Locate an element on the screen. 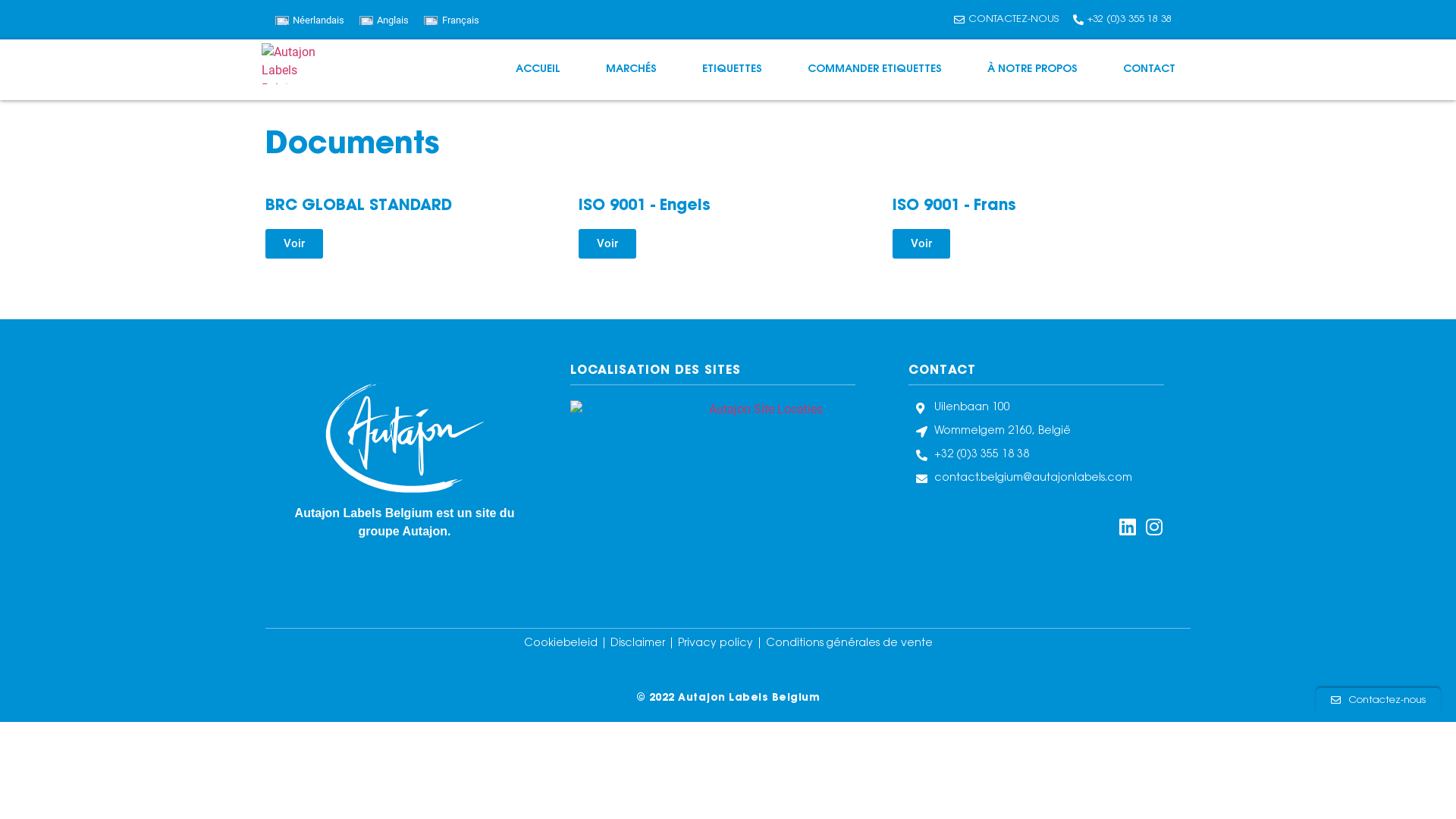 This screenshot has width=1456, height=819. 'CONTACTEZ-NOUS' is located at coordinates (1004, 20).